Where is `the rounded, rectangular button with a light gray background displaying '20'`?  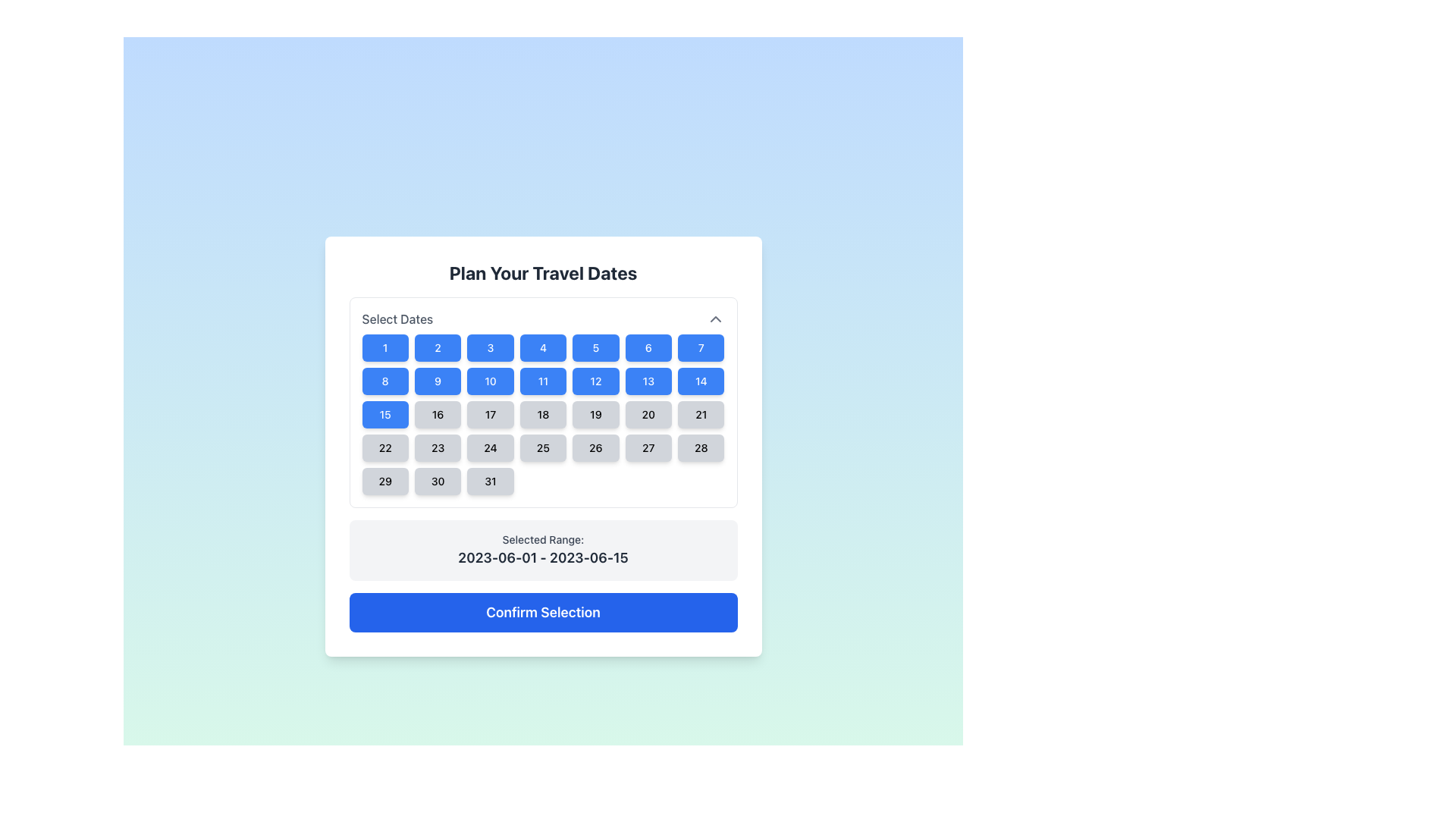
the rounded, rectangular button with a light gray background displaying '20' is located at coordinates (648, 415).